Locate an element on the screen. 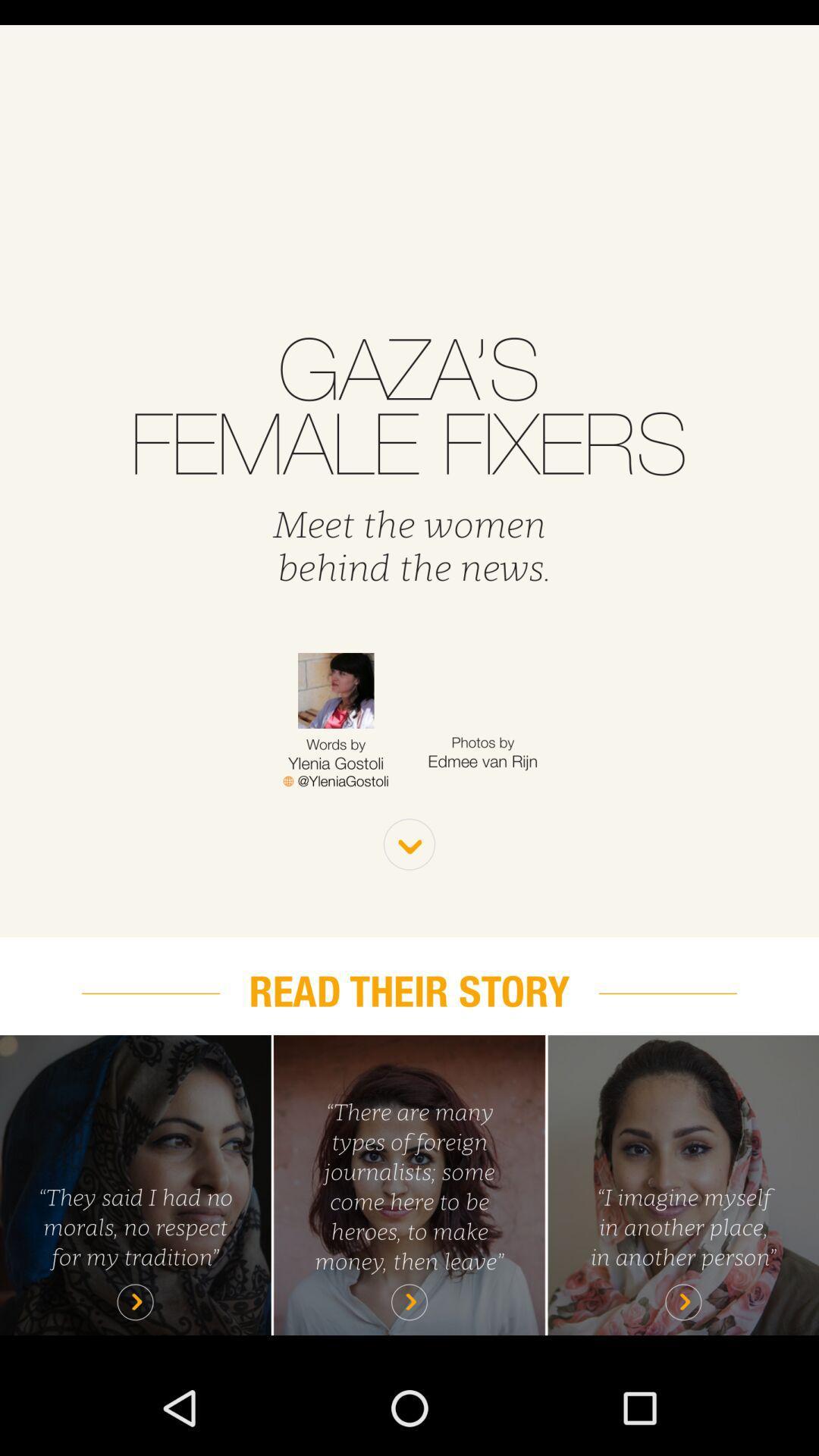  visit author 's social media is located at coordinates (335, 781).